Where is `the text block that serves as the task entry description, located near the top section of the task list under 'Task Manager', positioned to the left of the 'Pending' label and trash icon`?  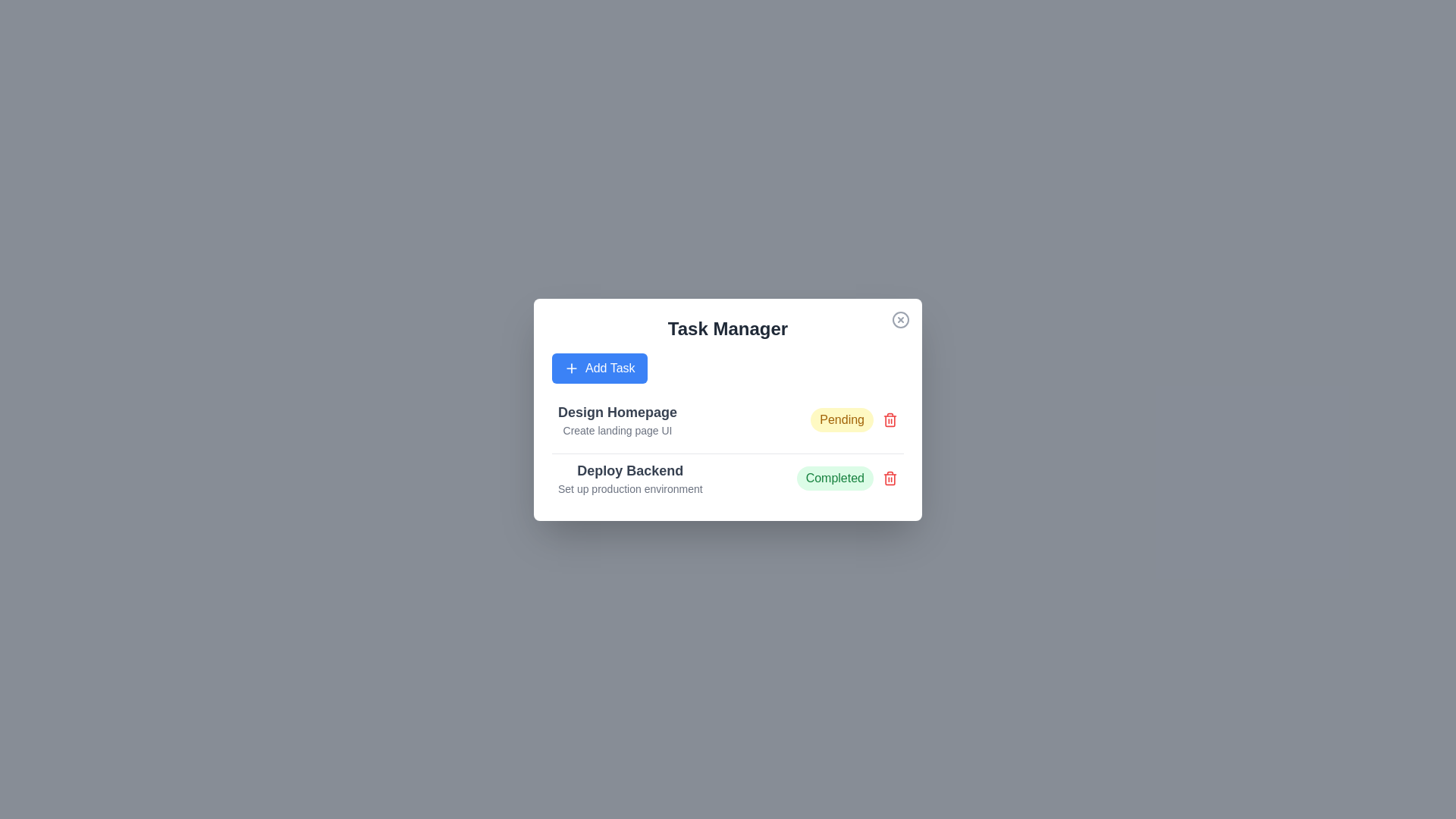
the text block that serves as the task entry description, located near the top section of the task list under 'Task Manager', positioned to the left of the 'Pending' label and trash icon is located at coordinates (617, 419).